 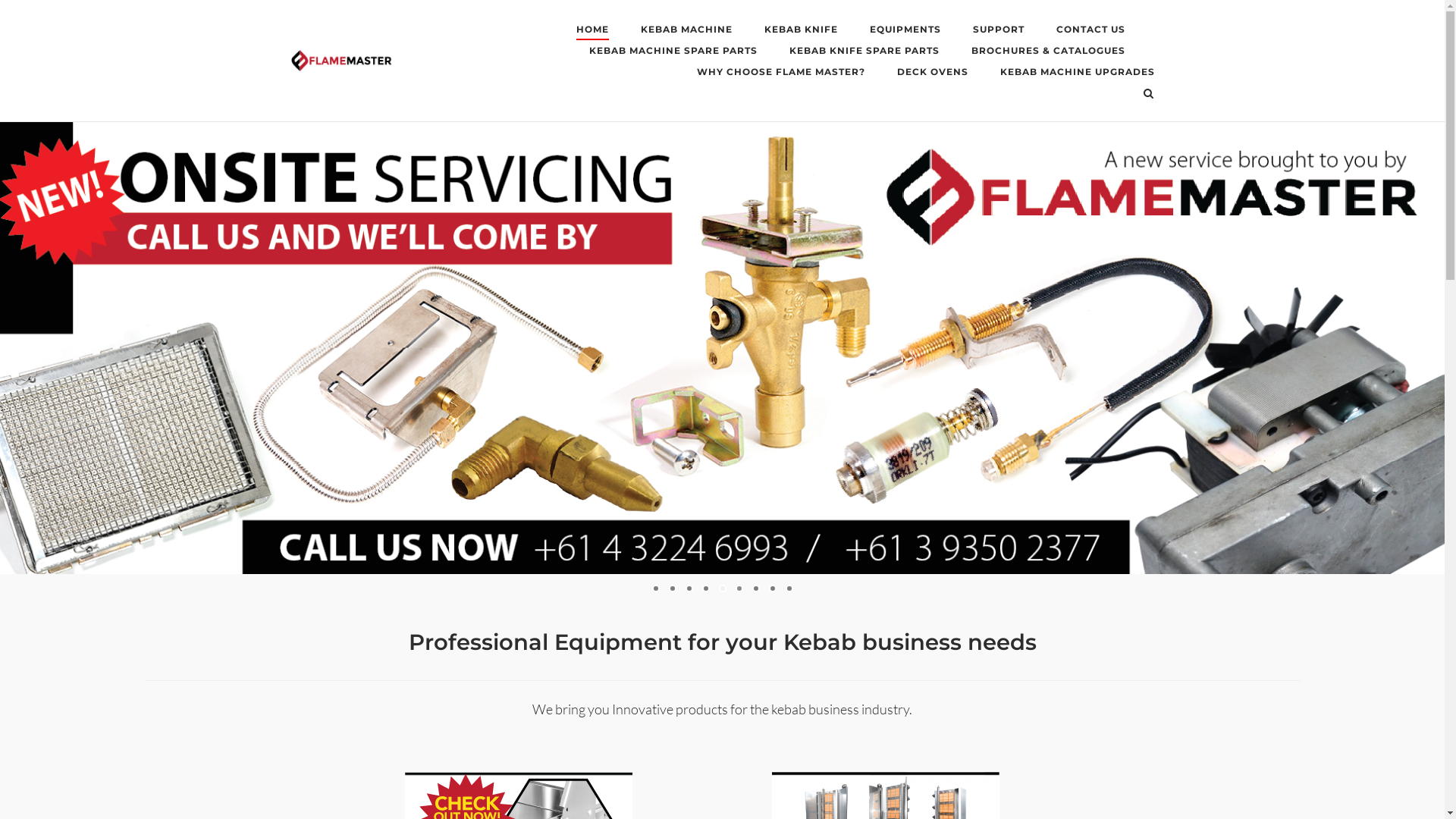 I want to click on '9', so click(x=789, y=587).